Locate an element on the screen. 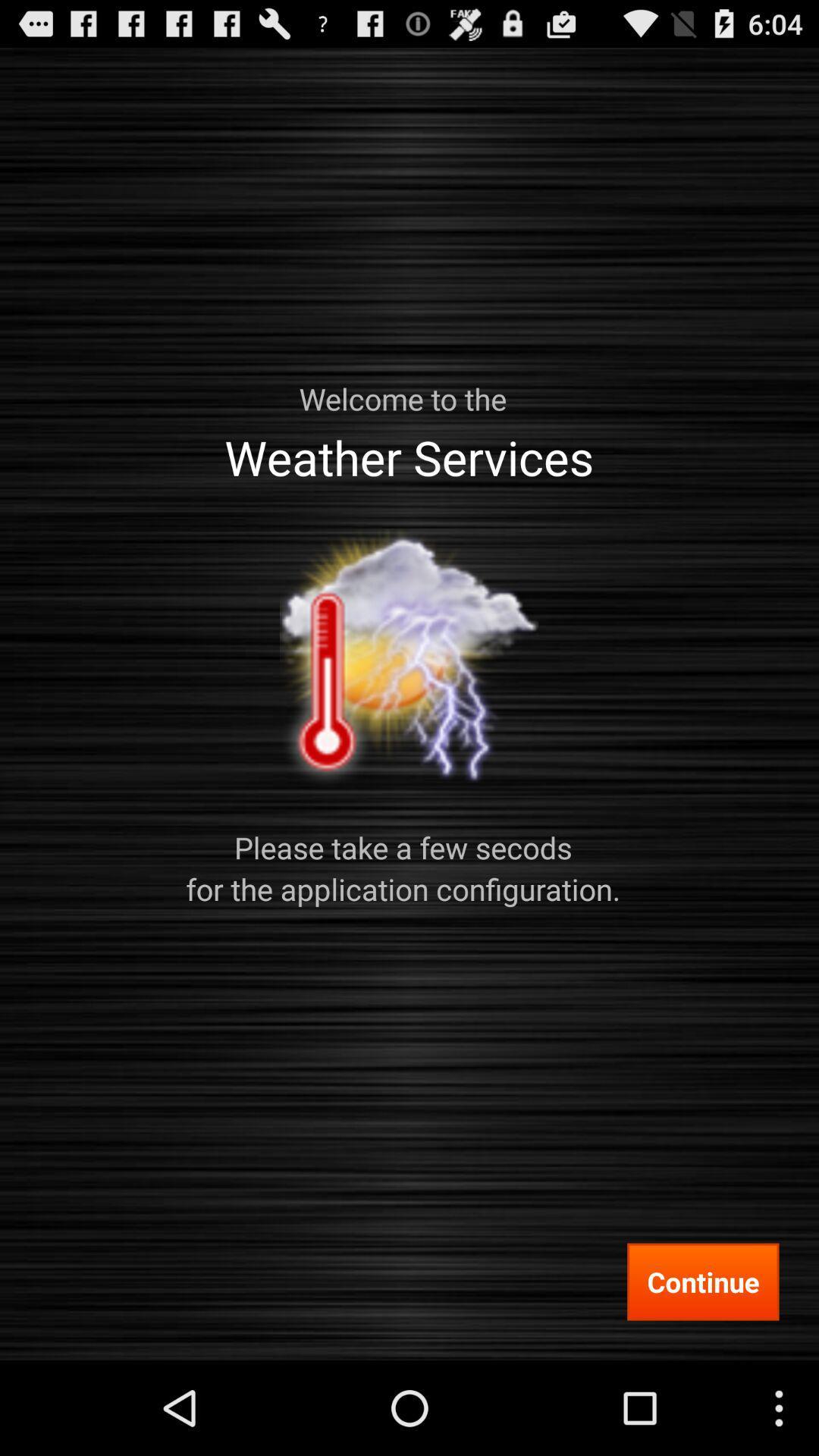  continue item is located at coordinates (703, 1281).